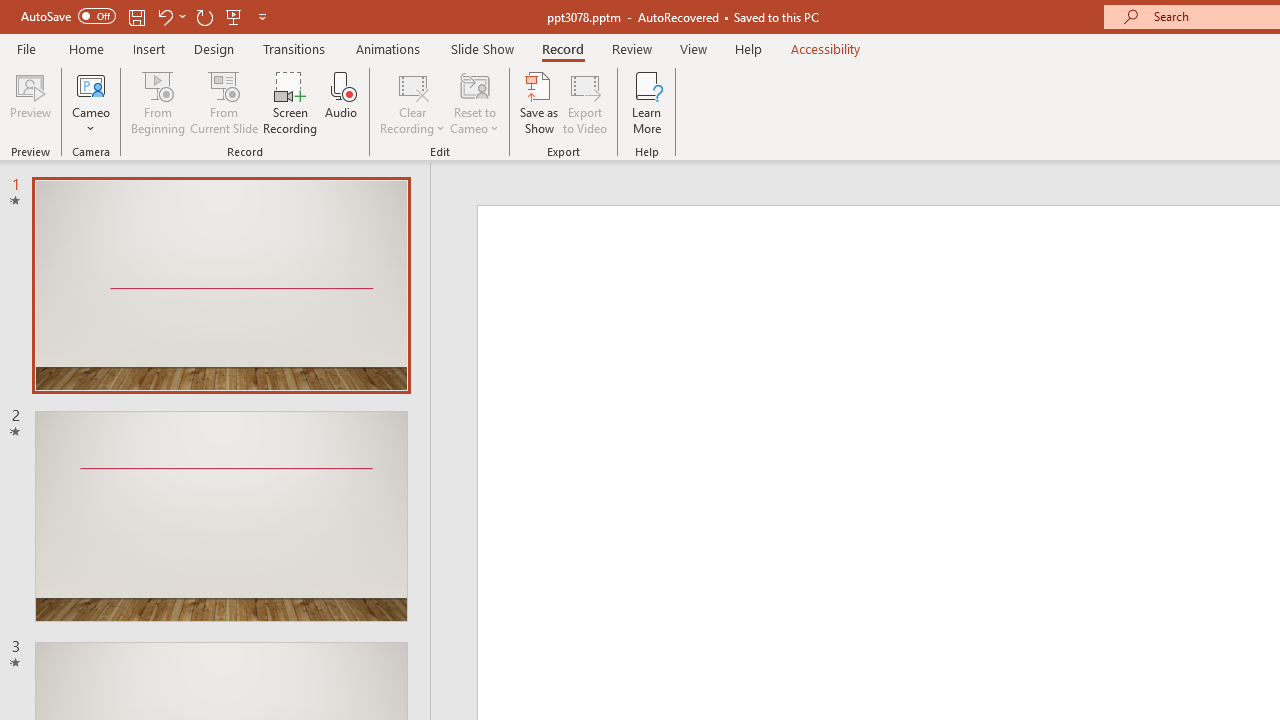 Image resolution: width=1280 pixels, height=720 pixels. What do you see at coordinates (584, 103) in the screenshot?
I see `'Export to Video'` at bounding box center [584, 103].